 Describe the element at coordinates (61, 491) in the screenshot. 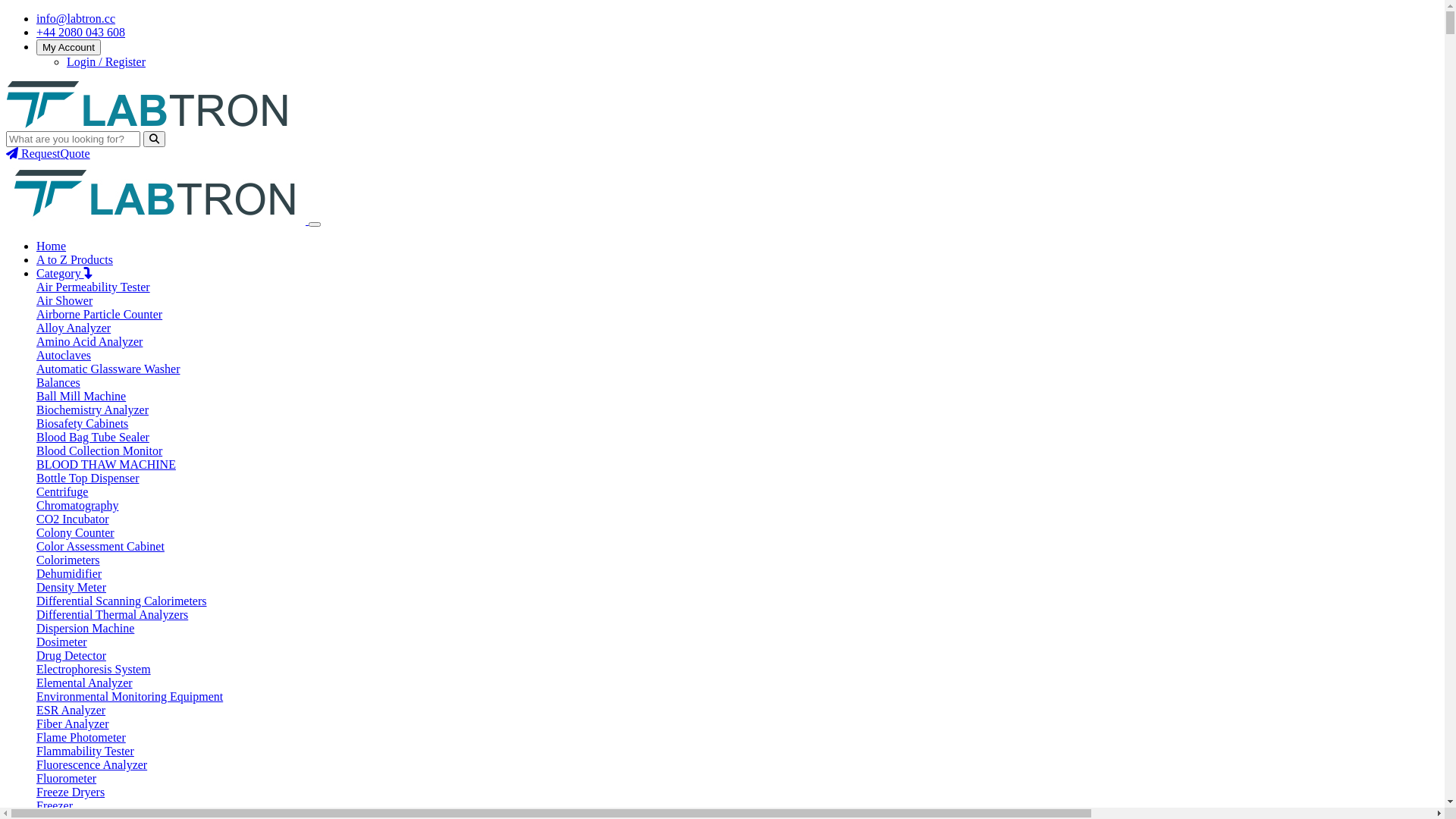

I see `'Centrifuge'` at that location.